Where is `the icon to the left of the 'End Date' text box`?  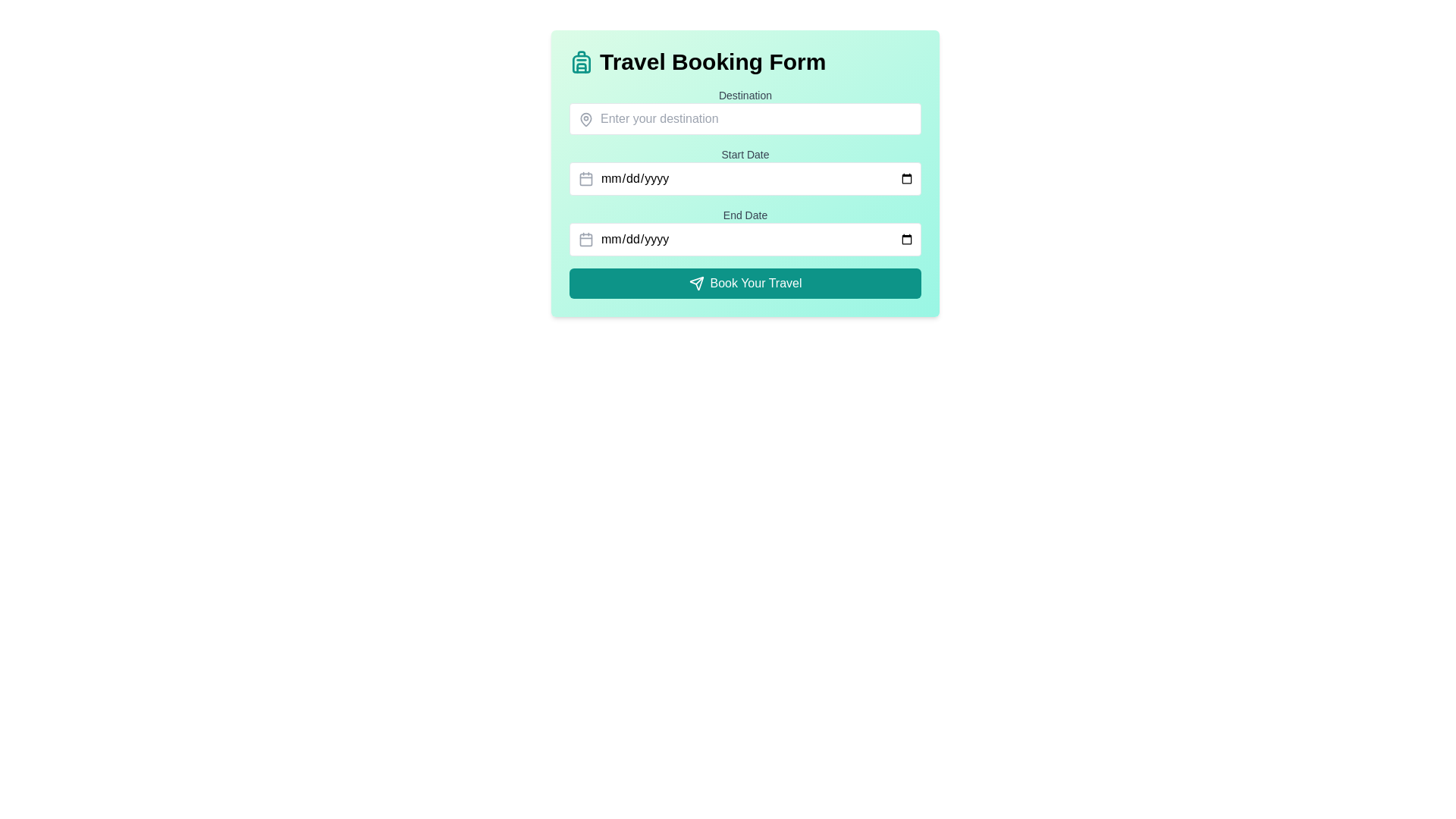
the icon to the left of the 'End Date' text box is located at coordinates (585, 239).